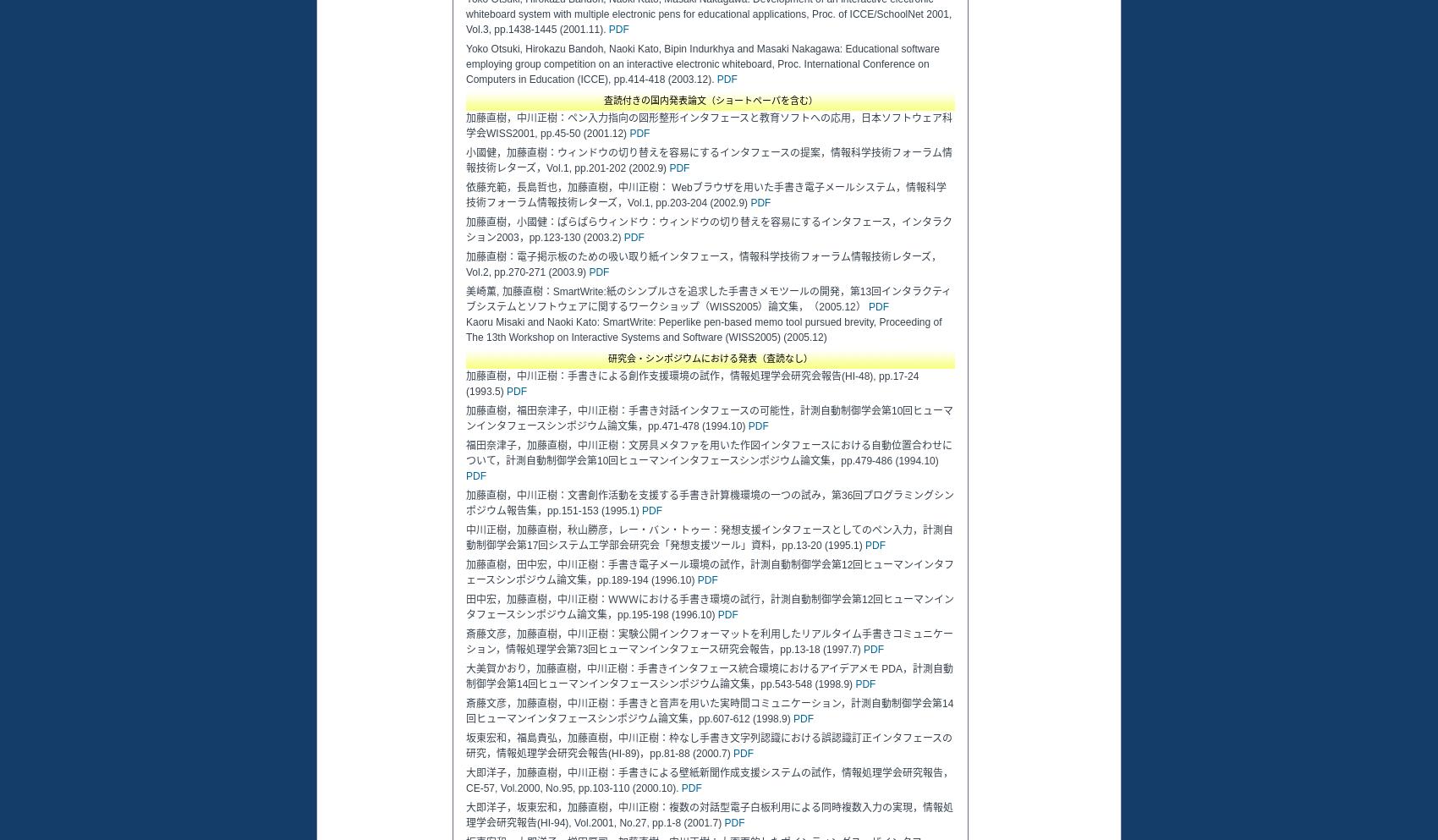 This screenshot has width=1438, height=840. What do you see at coordinates (705, 194) in the screenshot?
I see `'依藤充範，長島哲也，加藤直樹，中川正樹： Webブラウザを用いた手書き電子メールシステム，情報科学技術フォーラム情報技術レターズ，Vol.1, pp.203-204 (2002.9)'` at bounding box center [705, 194].